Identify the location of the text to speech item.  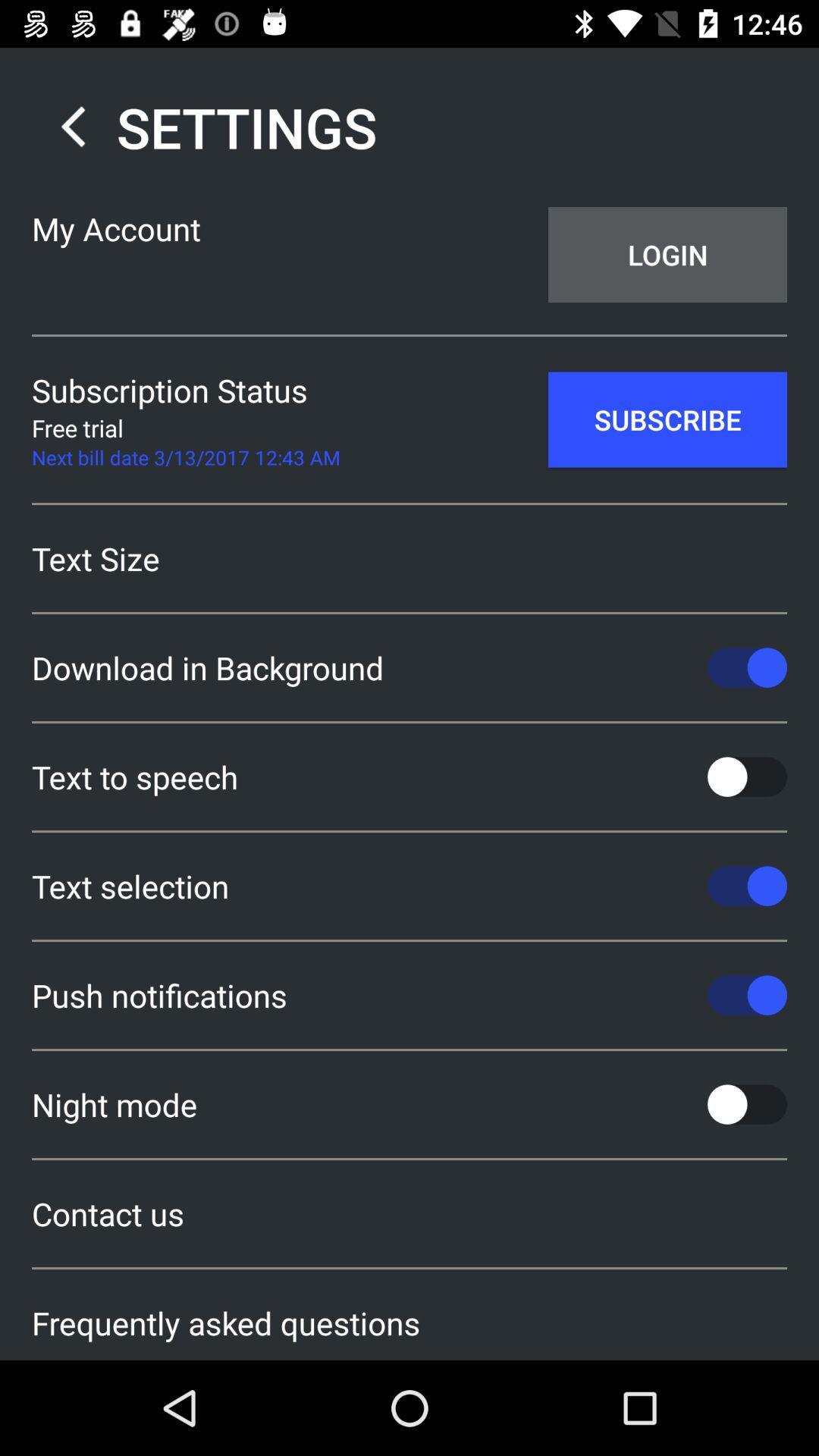
(409, 777).